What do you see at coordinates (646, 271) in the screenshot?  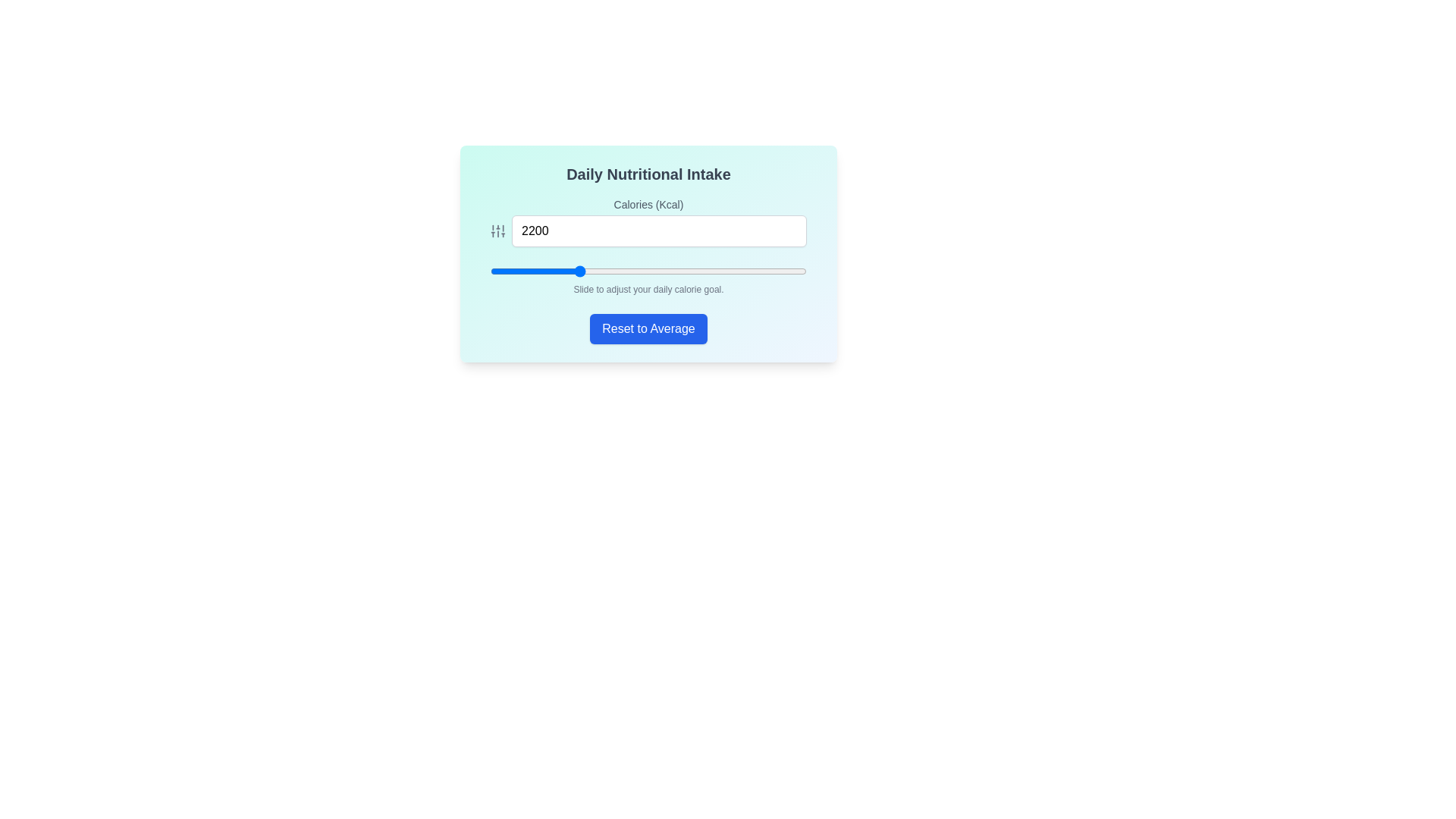 I see `daily calorie intake goal` at bounding box center [646, 271].